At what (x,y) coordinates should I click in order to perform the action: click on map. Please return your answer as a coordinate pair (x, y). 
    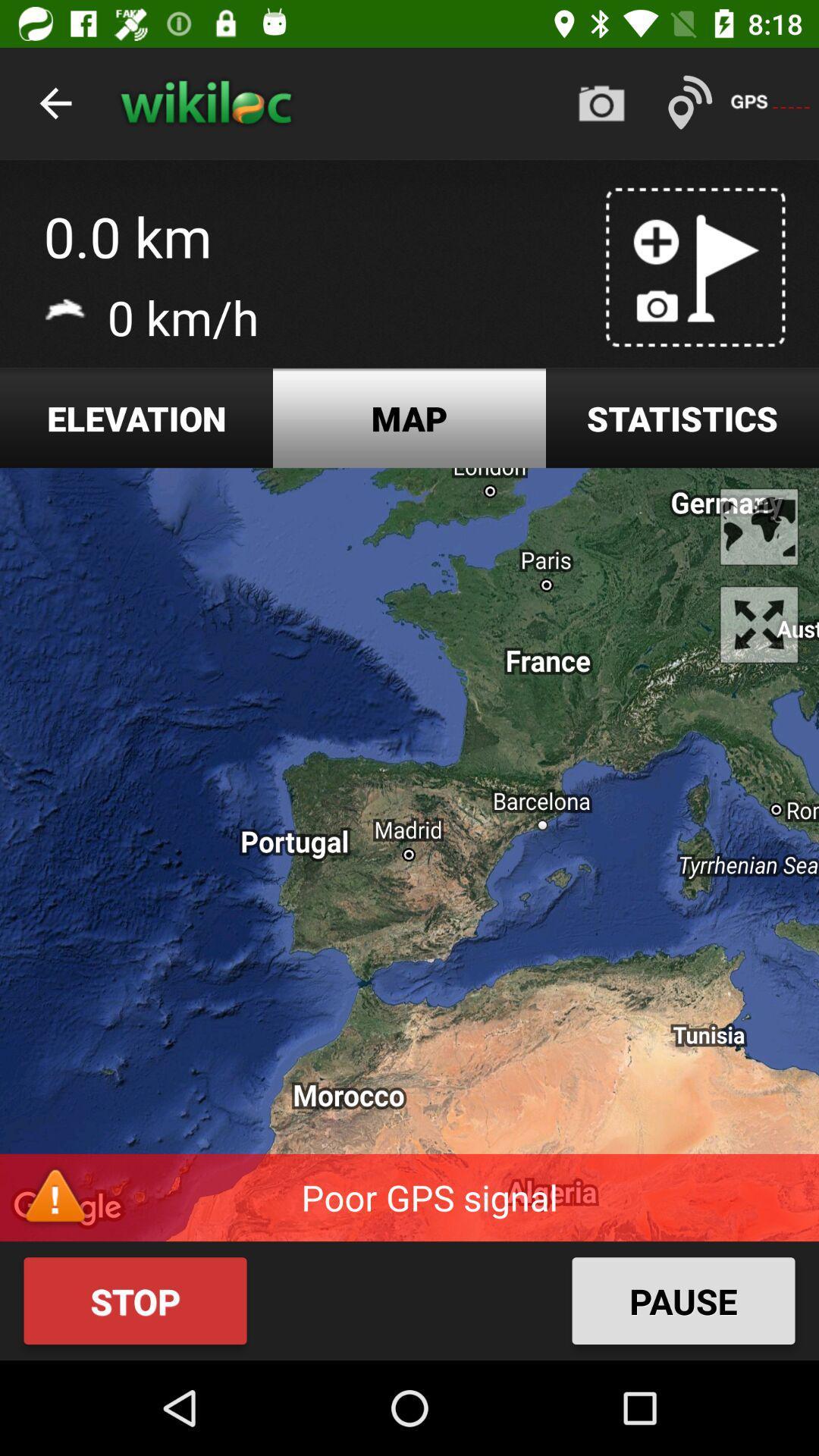
    Looking at the image, I should click on (409, 418).